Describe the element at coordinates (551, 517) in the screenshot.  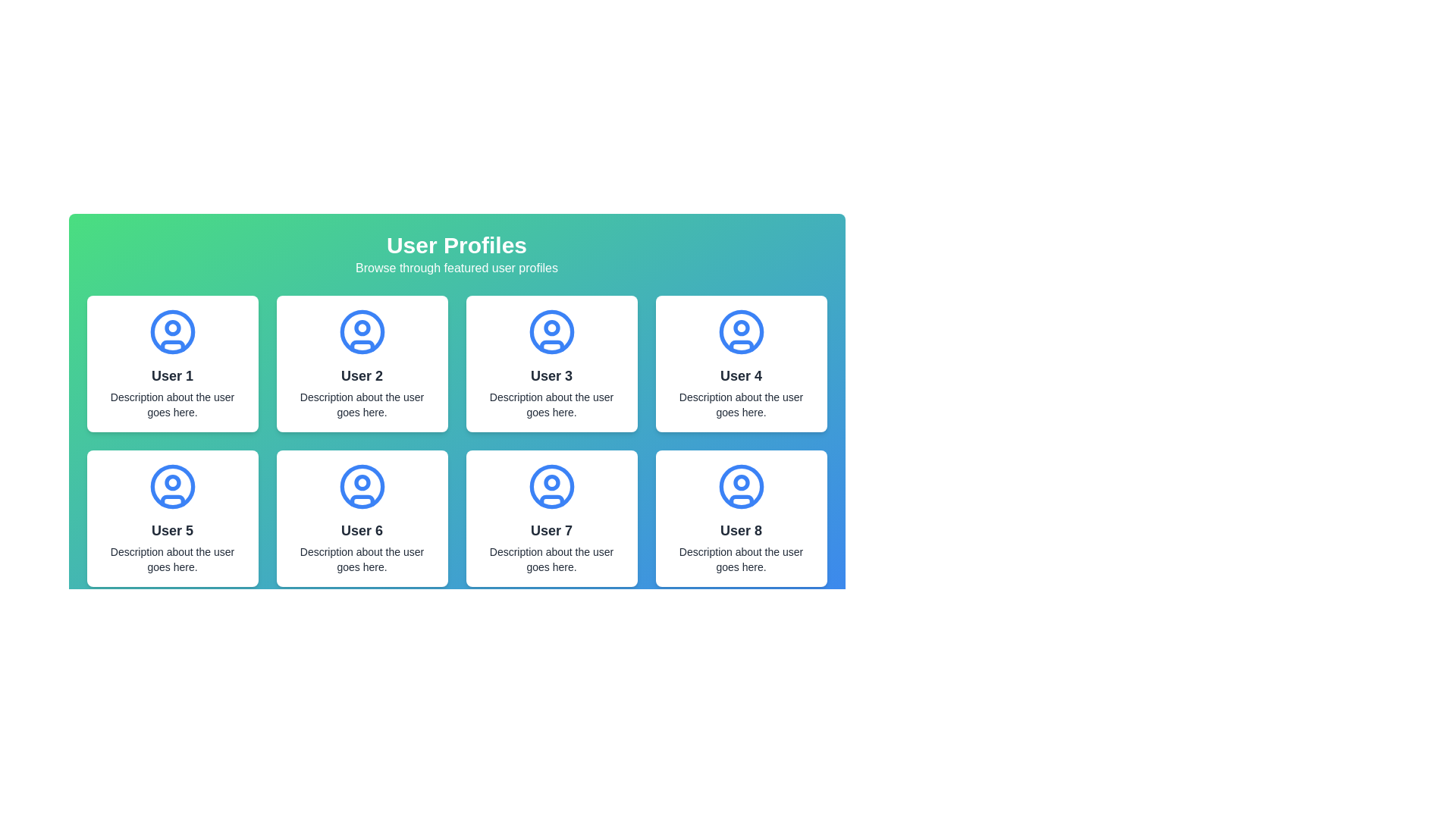
I see `the user profile card for 'User 7'` at that location.